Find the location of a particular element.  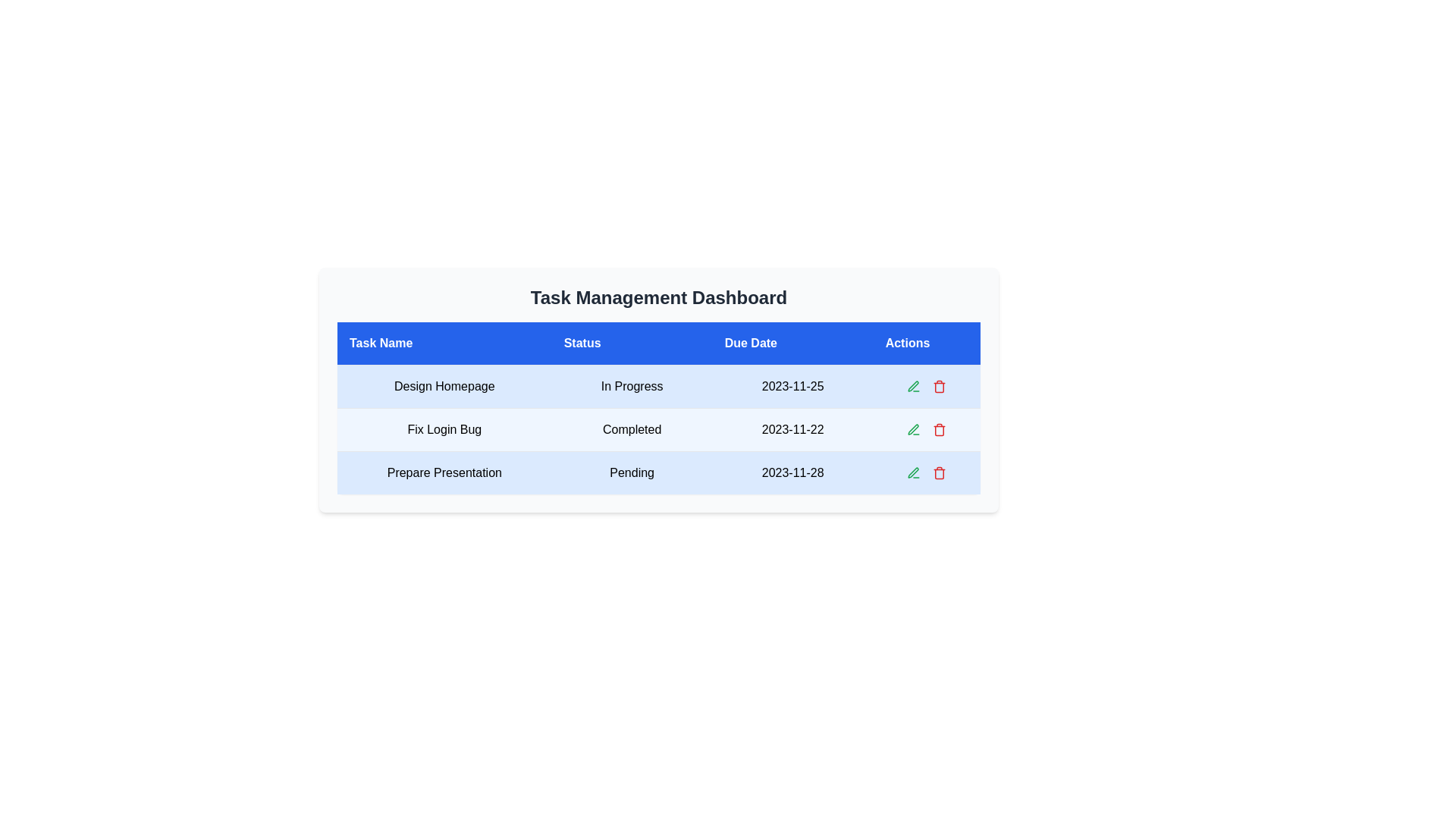

the text label reading 'Fix Login Bug' located in the second row of the table under the 'Task Name' column, which is centered in a light blue cell is located at coordinates (444, 430).